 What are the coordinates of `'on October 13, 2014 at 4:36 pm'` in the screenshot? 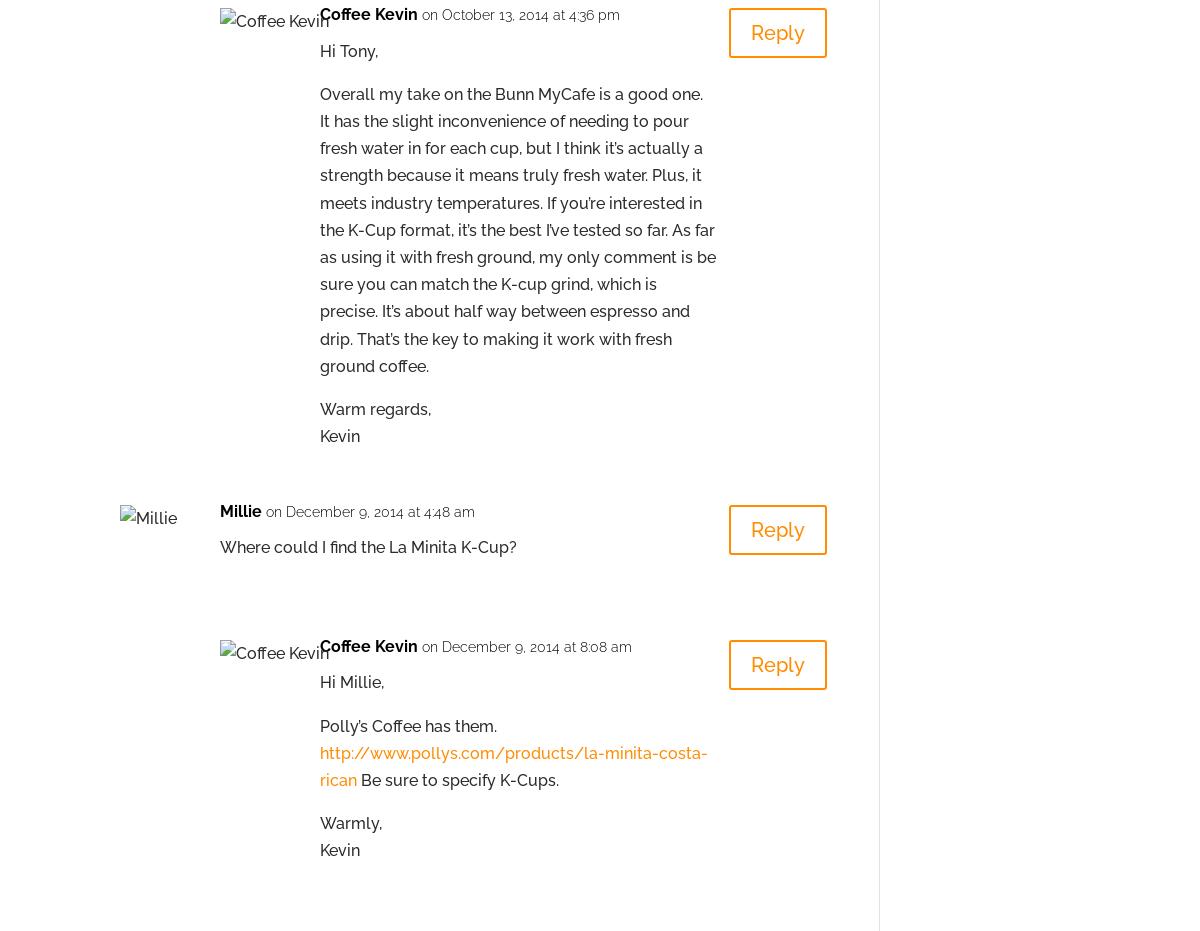 It's located at (520, 13).